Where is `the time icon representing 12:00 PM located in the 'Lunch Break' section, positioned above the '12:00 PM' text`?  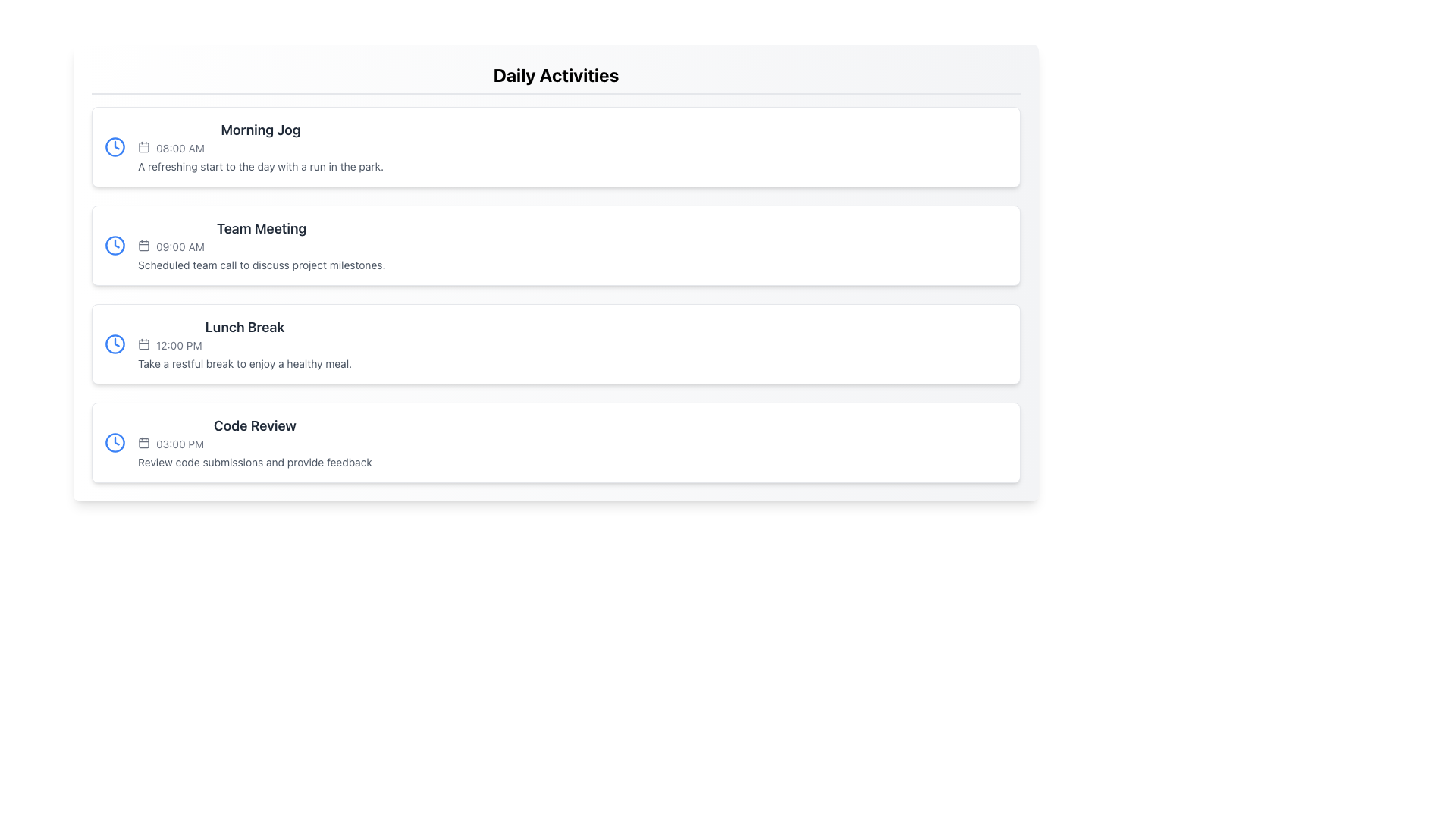 the time icon representing 12:00 PM located in the 'Lunch Break' section, positioned above the '12:00 PM' text is located at coordinates (115, 344).